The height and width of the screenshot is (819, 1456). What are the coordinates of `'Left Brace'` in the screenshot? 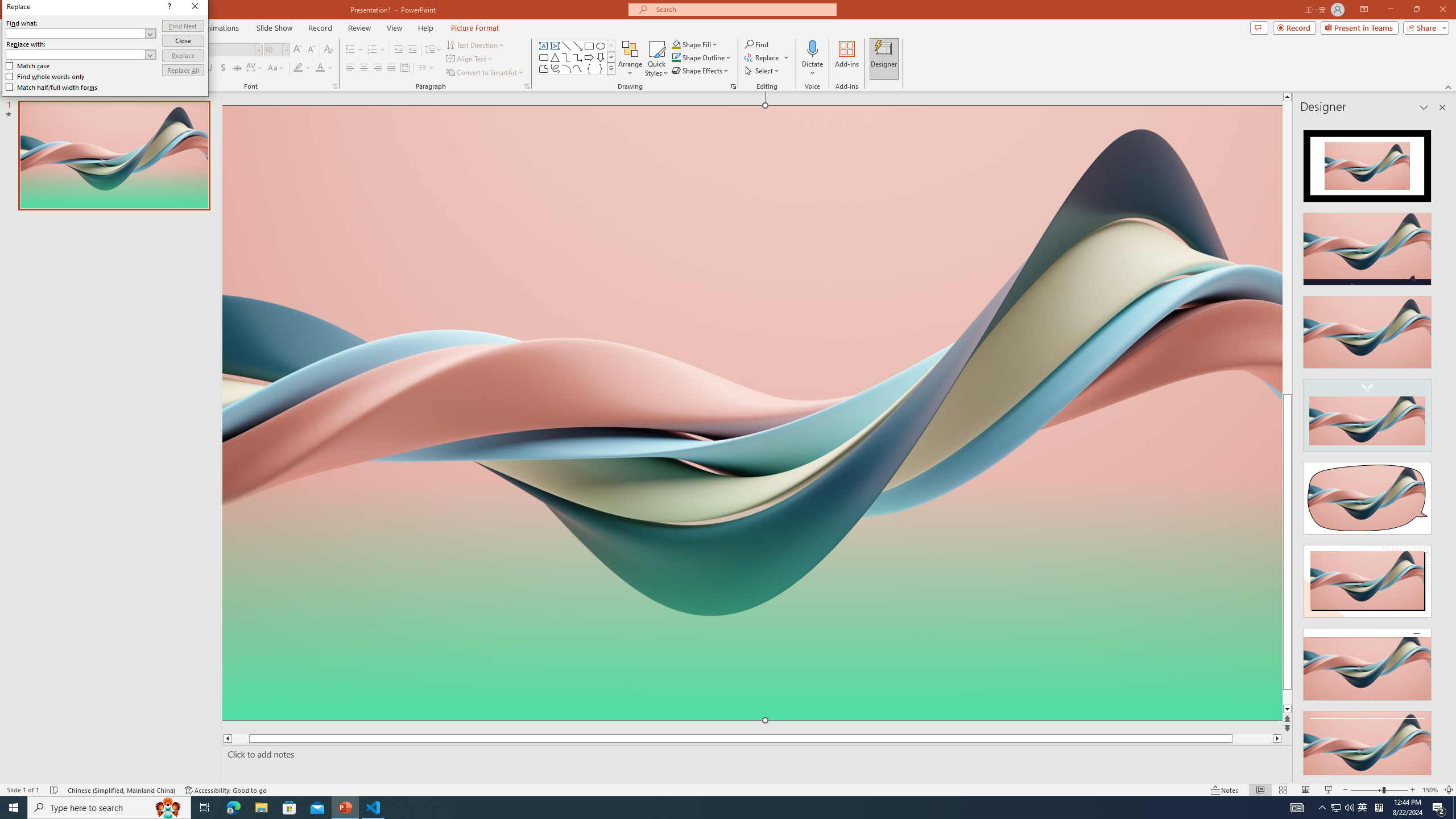 It's located at (589, 68).